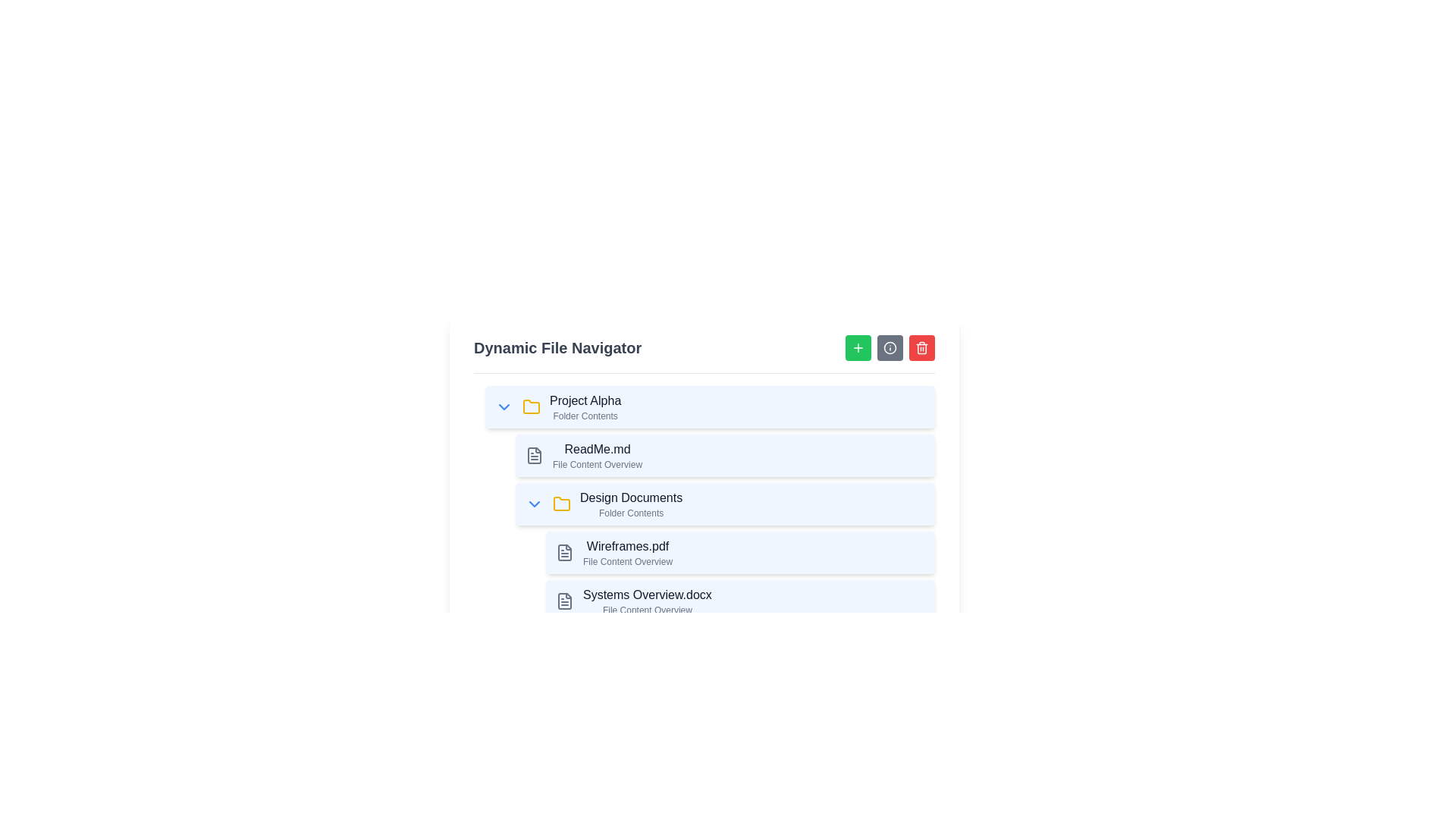 The height and width of the screenshot is (819, 1456). What do you see at coordinates (724, 553) in the screenshot?
I see `the first file item in the 'Design Documents' folder` at bounding box center [724, 553].